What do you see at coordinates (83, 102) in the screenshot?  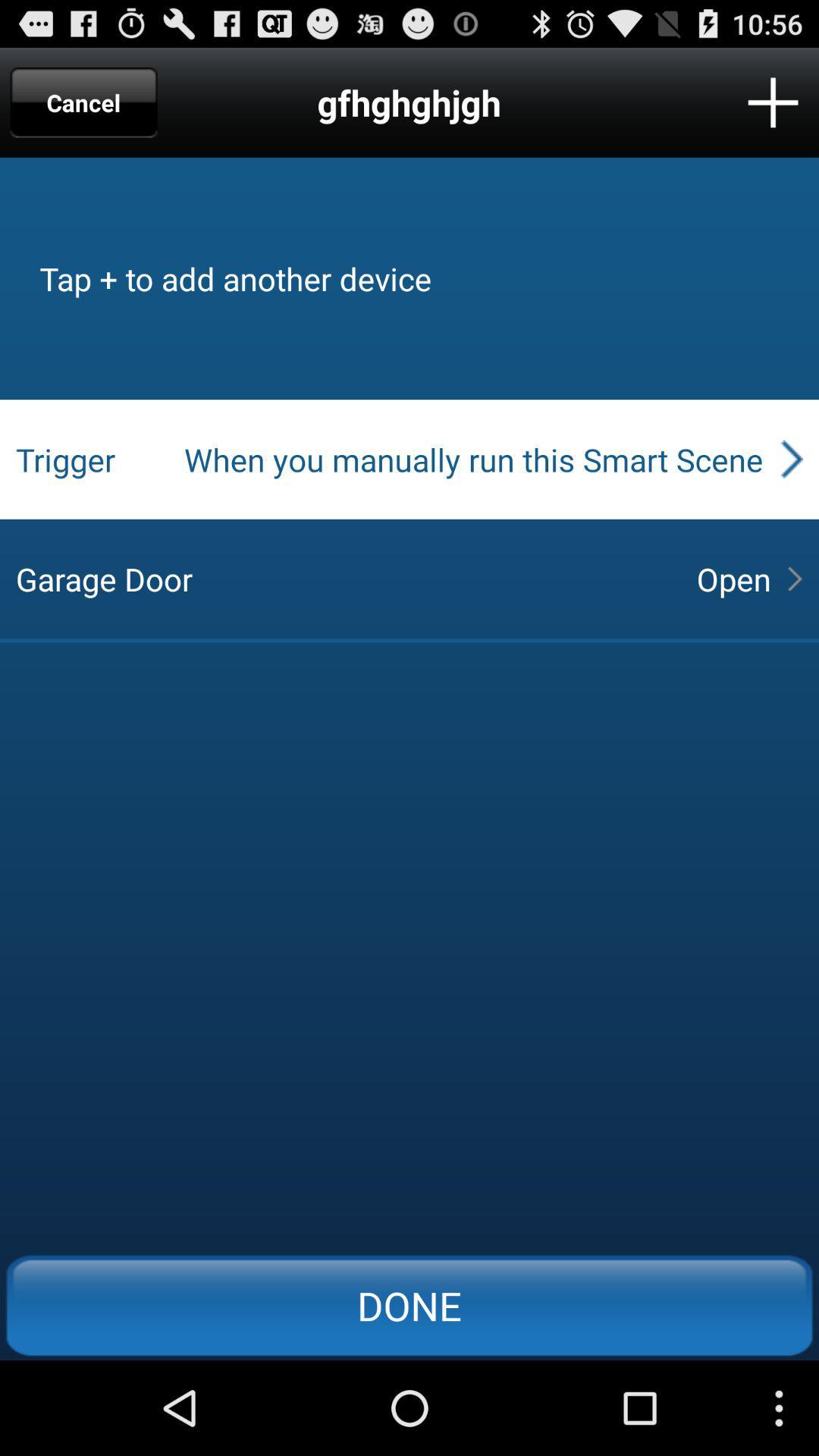 I see `cancel` at bounding box center [83, 102].